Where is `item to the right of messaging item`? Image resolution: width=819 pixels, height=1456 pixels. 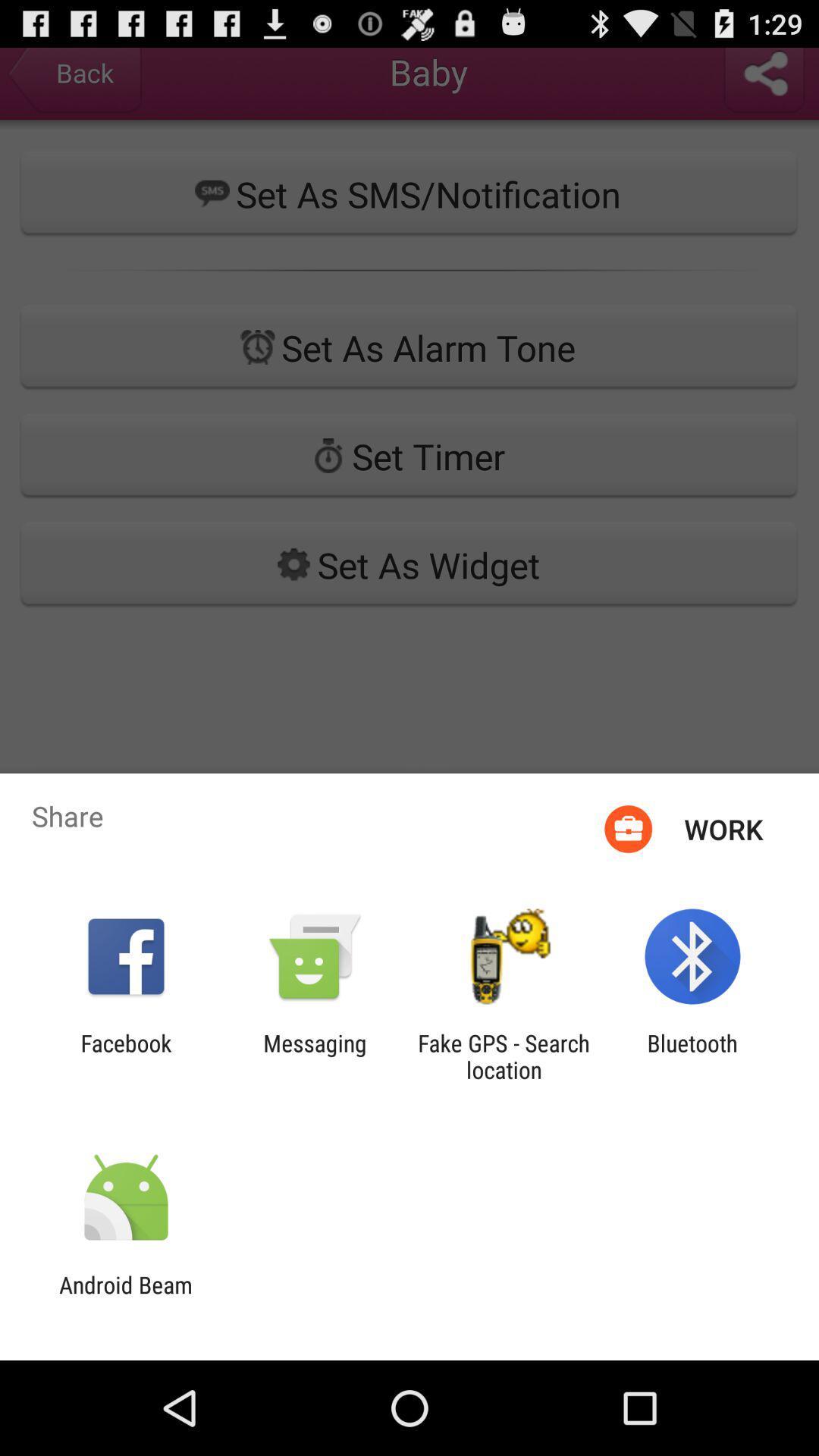
item to the right of messaging item is located at coordinates (504, 1056).